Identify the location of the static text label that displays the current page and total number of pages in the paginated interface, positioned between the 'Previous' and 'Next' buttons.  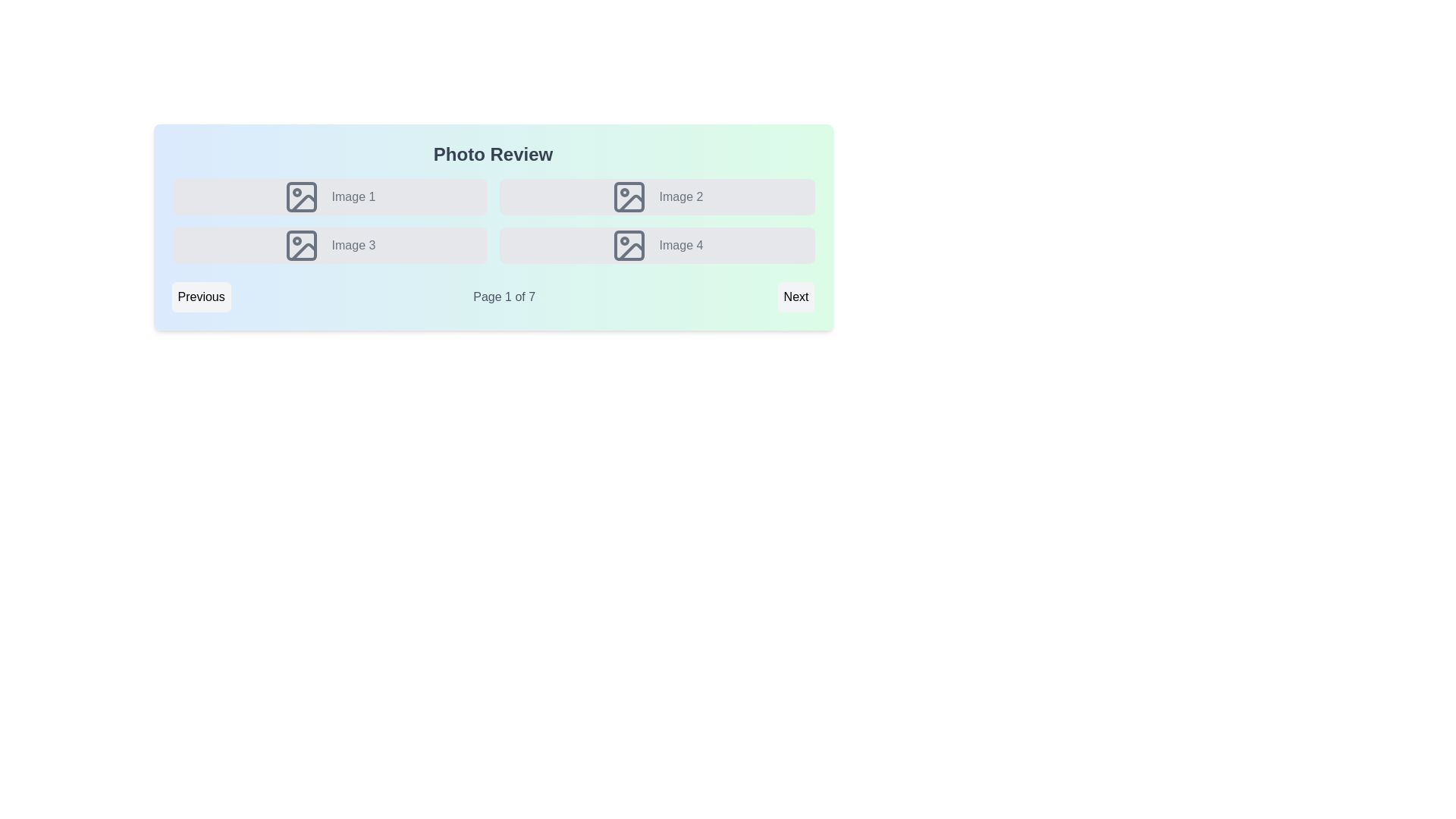
(504, 297).